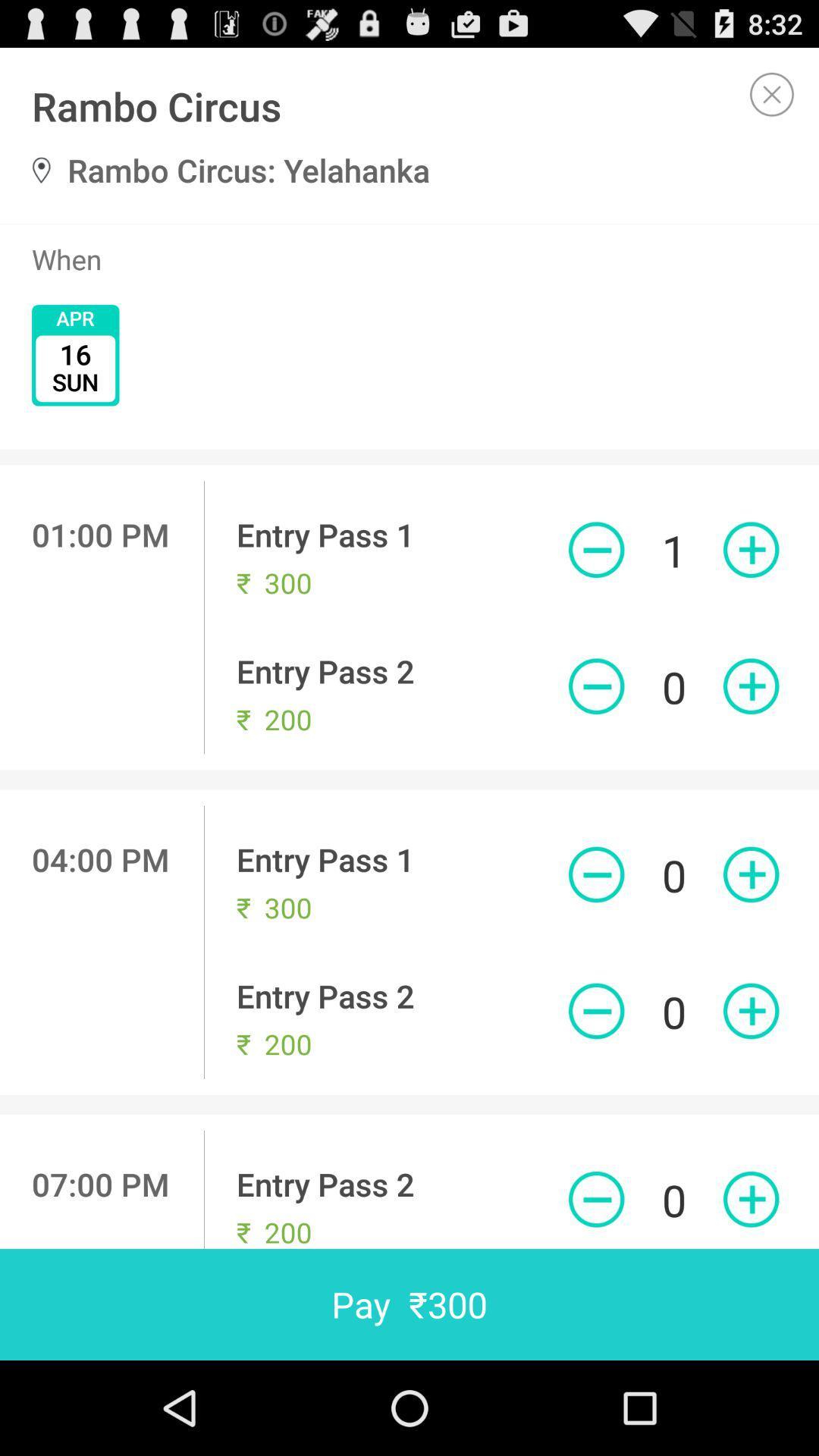  I want to click on increase quantity, so click(751, 874).